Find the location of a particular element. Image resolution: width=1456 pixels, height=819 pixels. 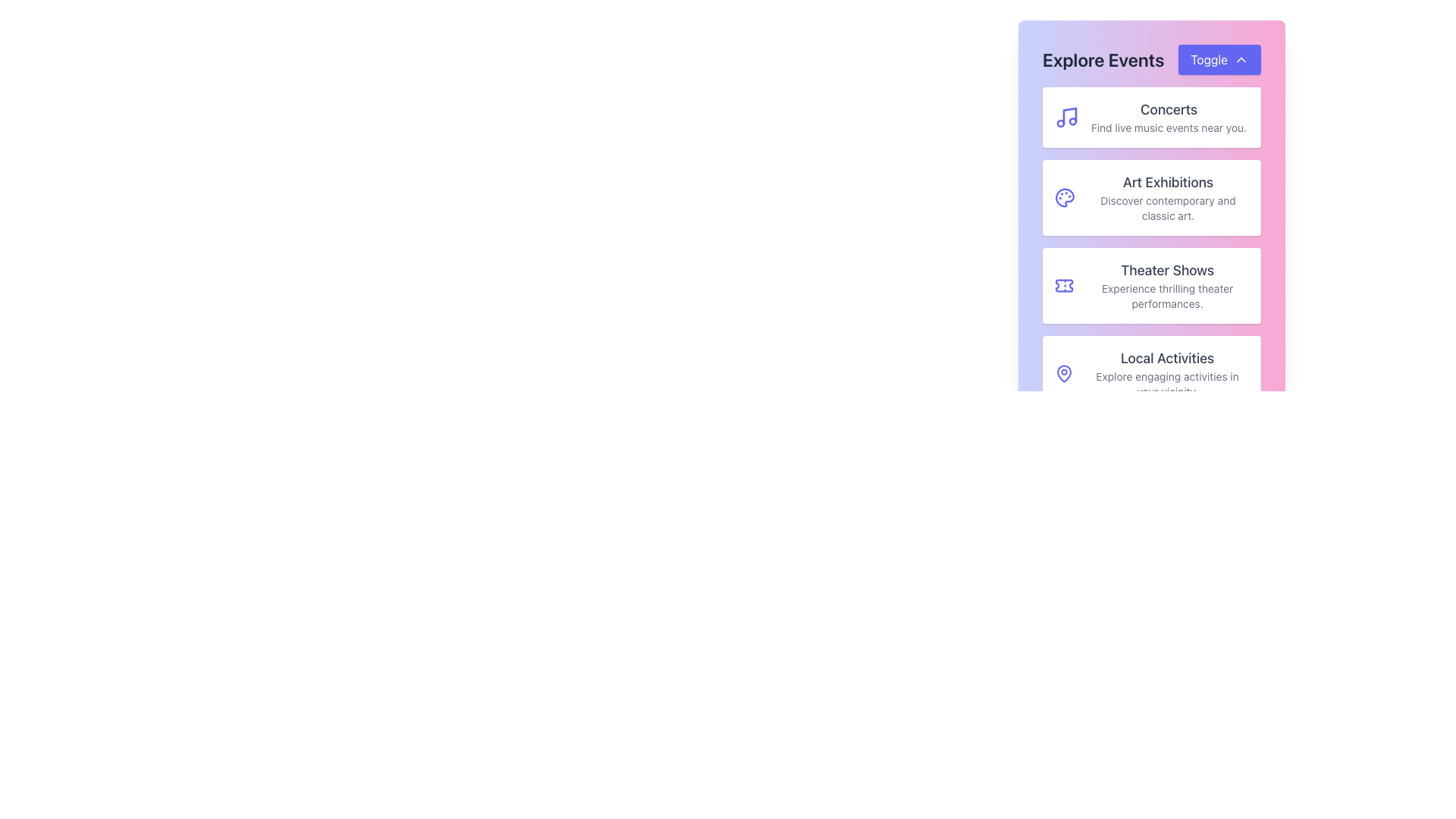

the blue outline ticket icon located to the left of the 'Theater Shows' heading in the events list is located at coordinates (1063, 286).